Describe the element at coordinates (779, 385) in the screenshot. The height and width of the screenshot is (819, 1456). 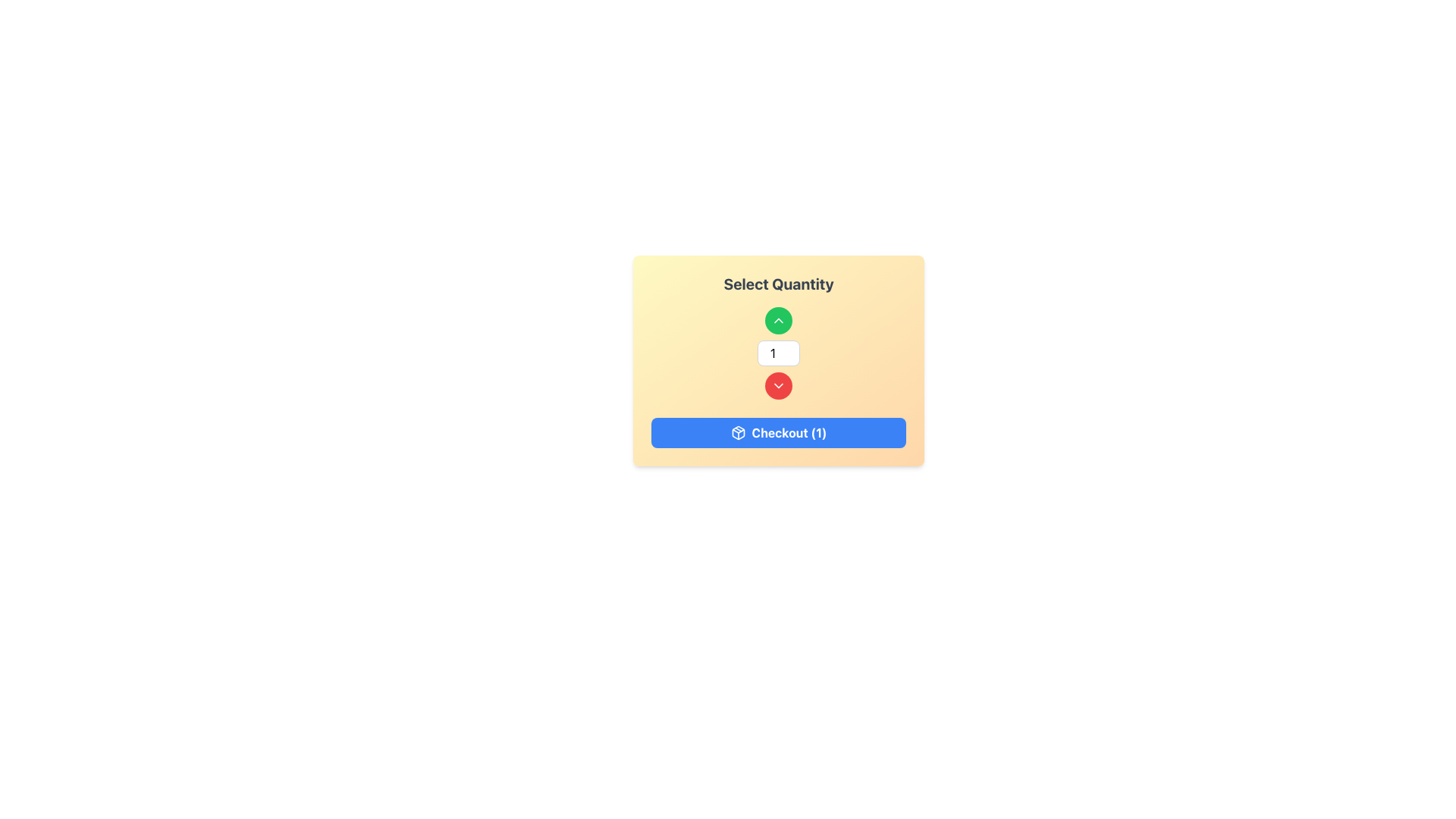
I see `the decrement SVG icon located within the red circular button, which is used to decrease the quantity value in the UI` at that location.